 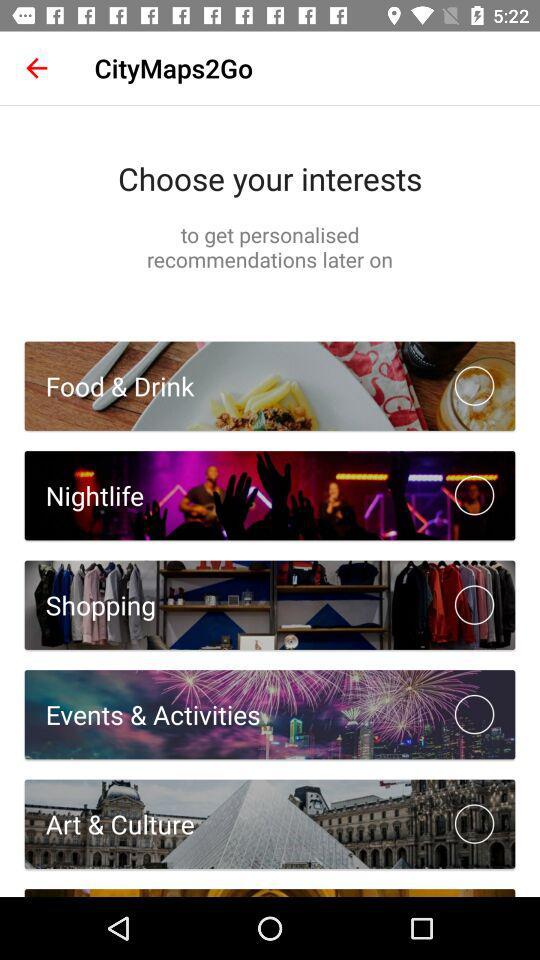 I want to click on shopping, so click(x=89, y=604).